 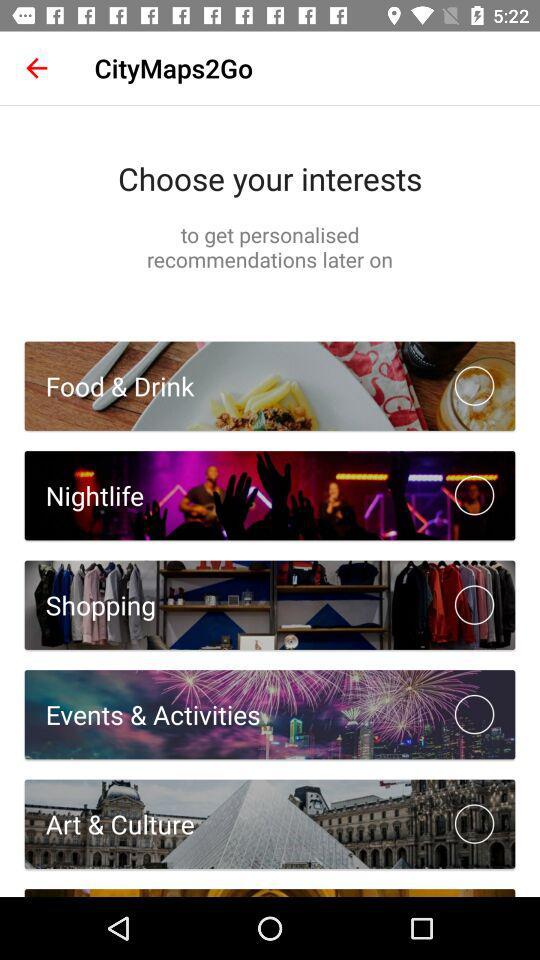 I want to click on shopping, so click(x=89, y=604).